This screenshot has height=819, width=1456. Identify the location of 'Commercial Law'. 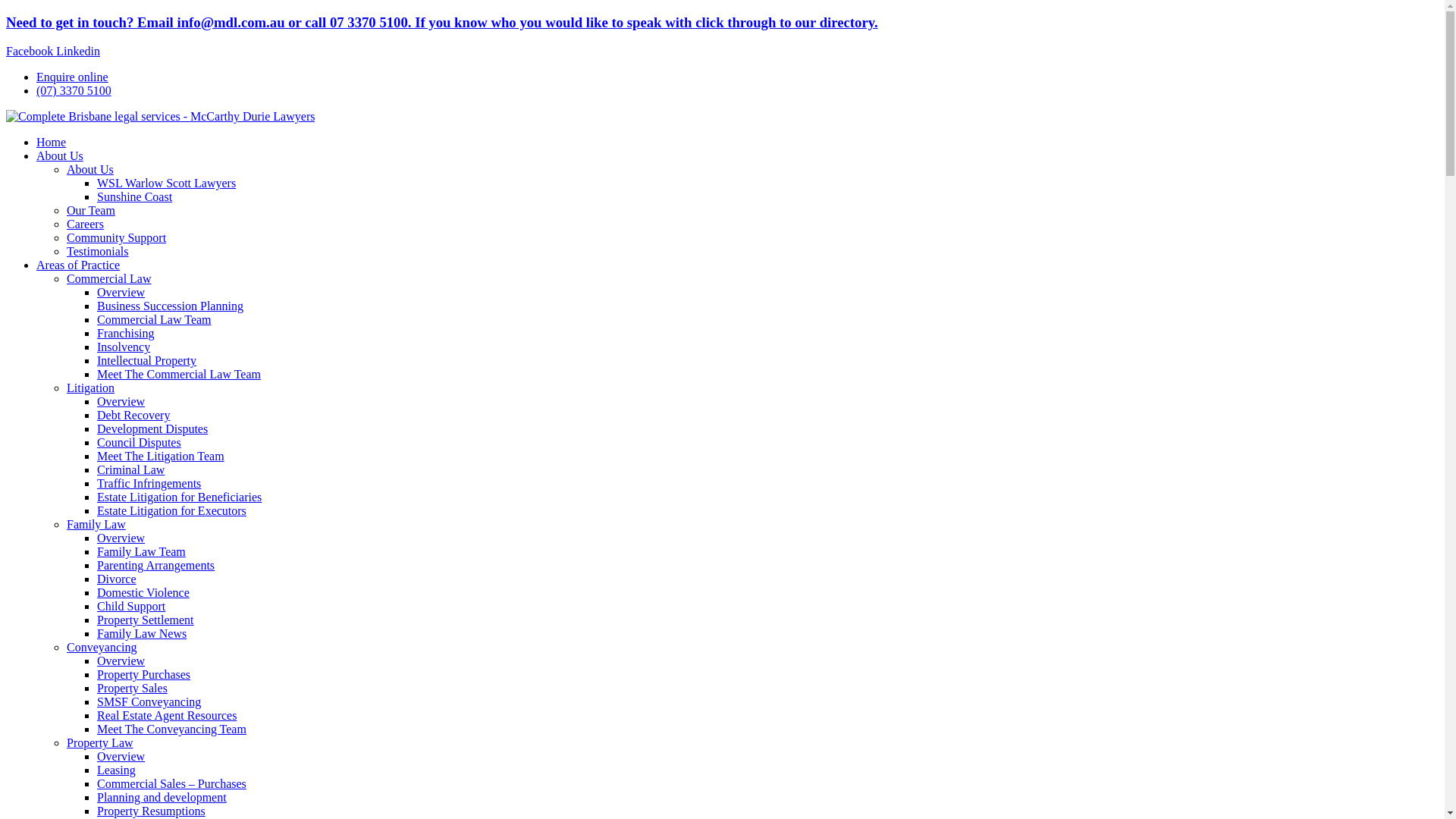
(65, 278).